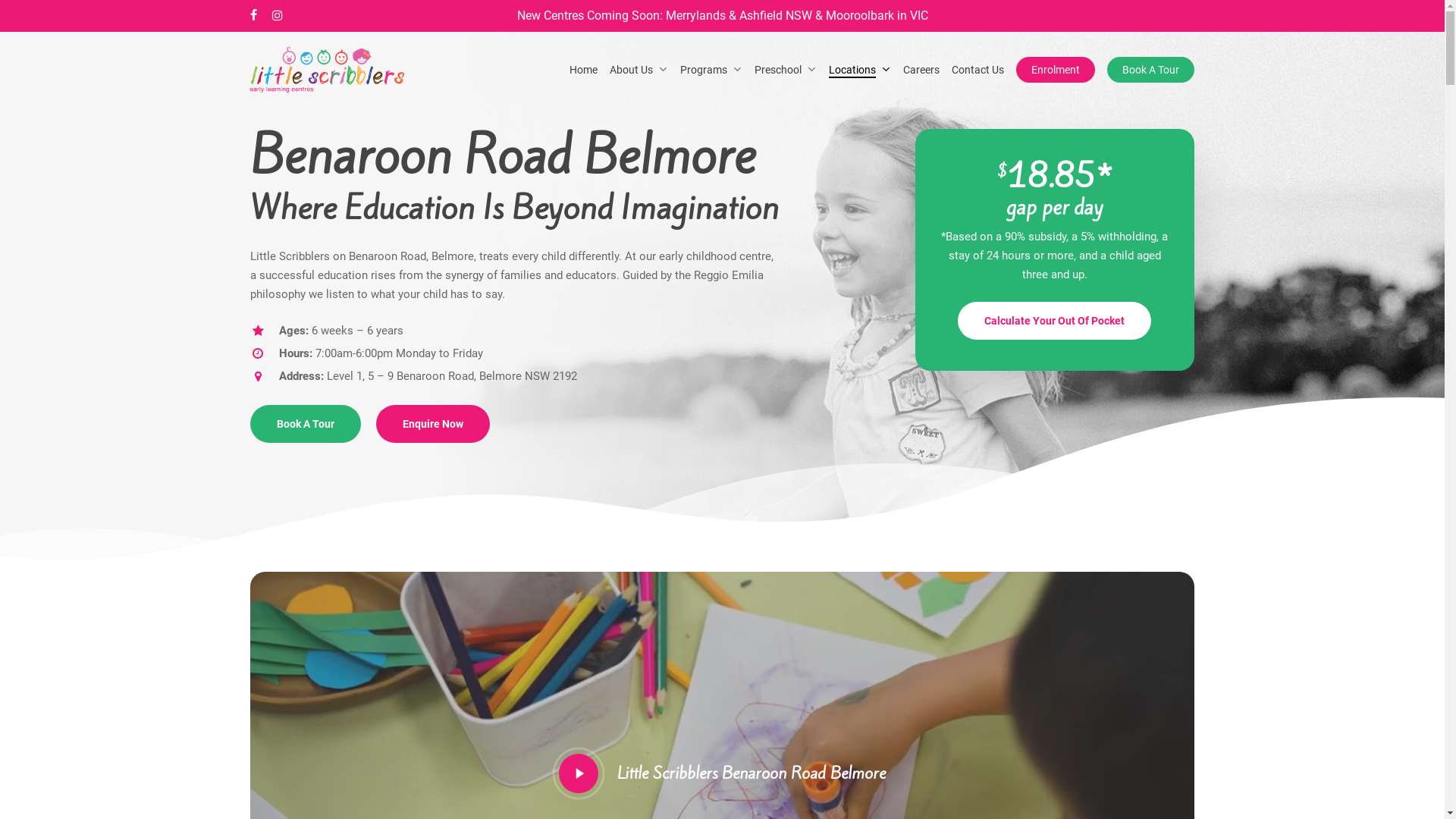 The height and width of the screenshot is (819, 1456). Describe the element at coordinates (859, 70) in the screenshot. I see `'Locations'` at that location.